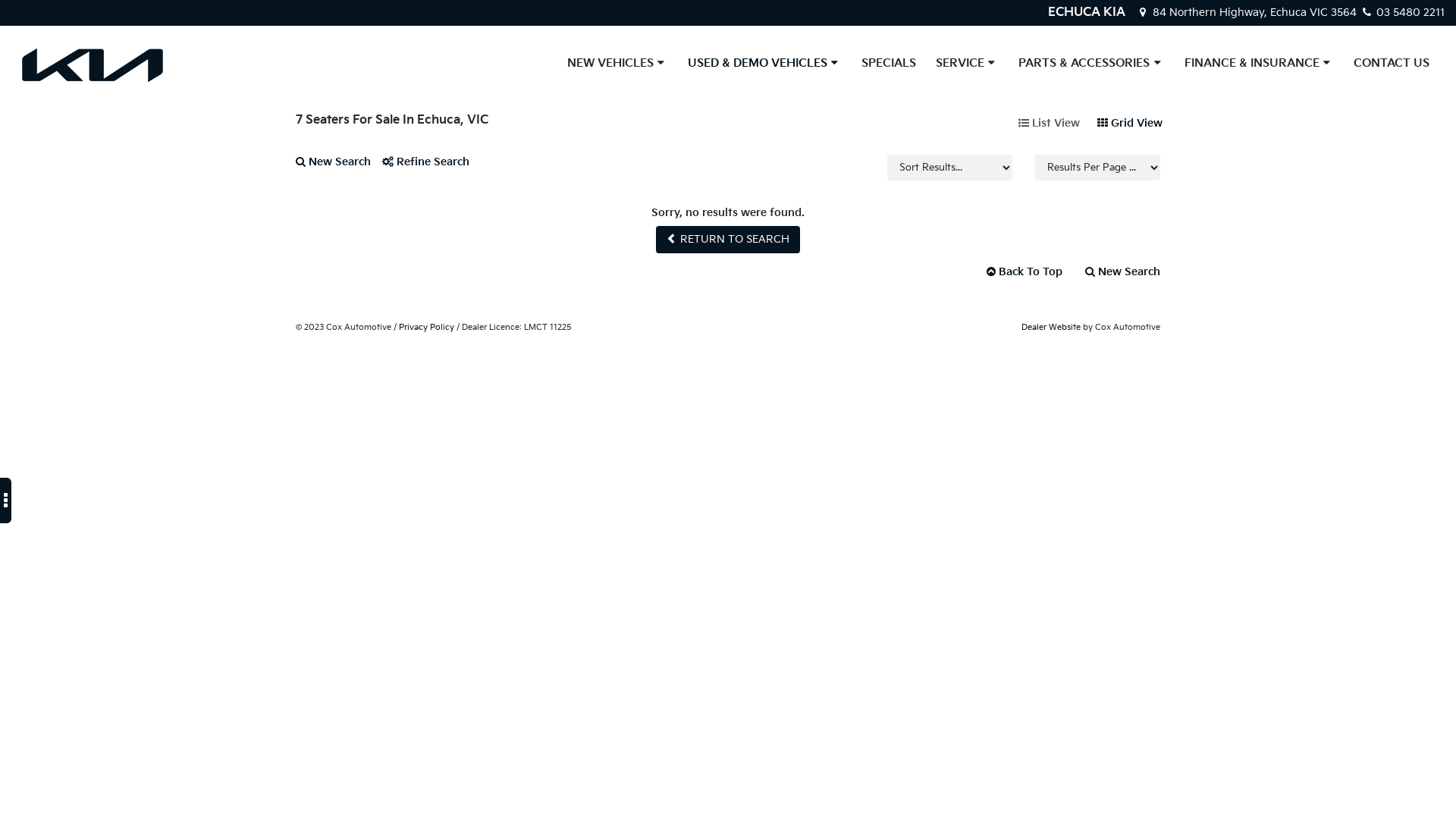 This screenshot has width=1456, height=819. Describe the element at coordinates (966, 63) in the screenshot. I see `'SERVICE'` at that location.